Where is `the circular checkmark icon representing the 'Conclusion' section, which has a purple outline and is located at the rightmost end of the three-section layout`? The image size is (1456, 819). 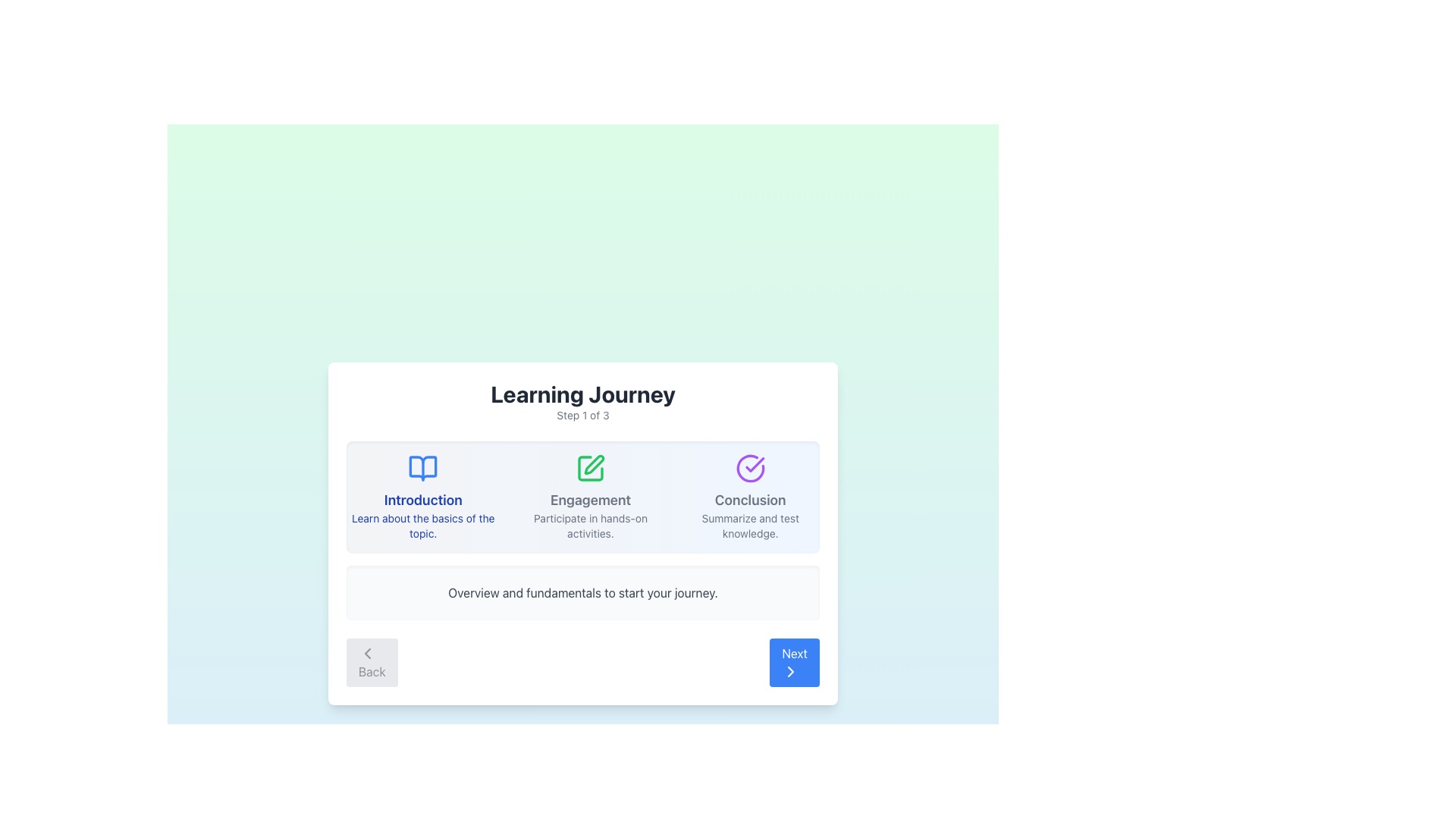 the circular checkmark icon representing the 'Conclusion' section, which has a purple outline and is located at the rightmost end of the three-section layout is located at coordinates (750, 467).